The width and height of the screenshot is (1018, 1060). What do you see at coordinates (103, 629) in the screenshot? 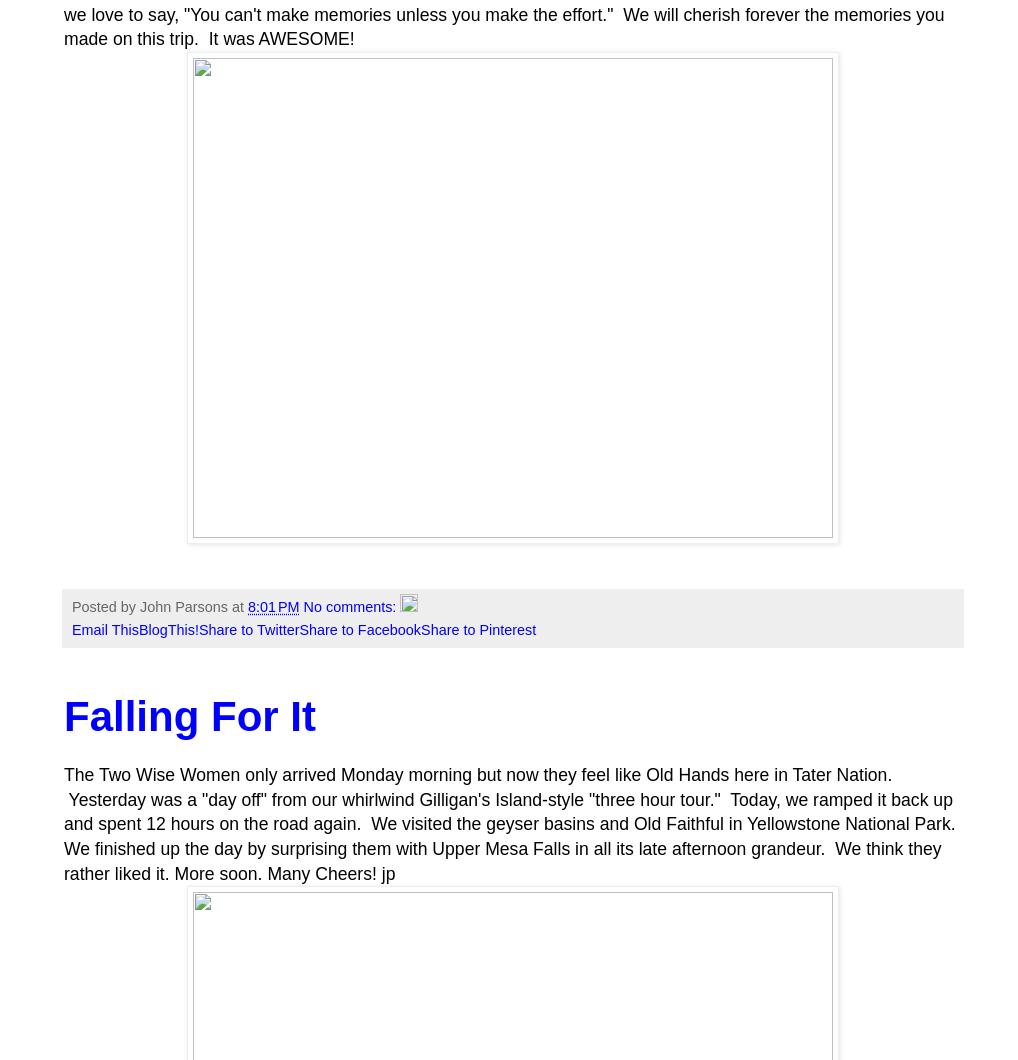
I see `'Email This'` at bounding box center [103, 629].